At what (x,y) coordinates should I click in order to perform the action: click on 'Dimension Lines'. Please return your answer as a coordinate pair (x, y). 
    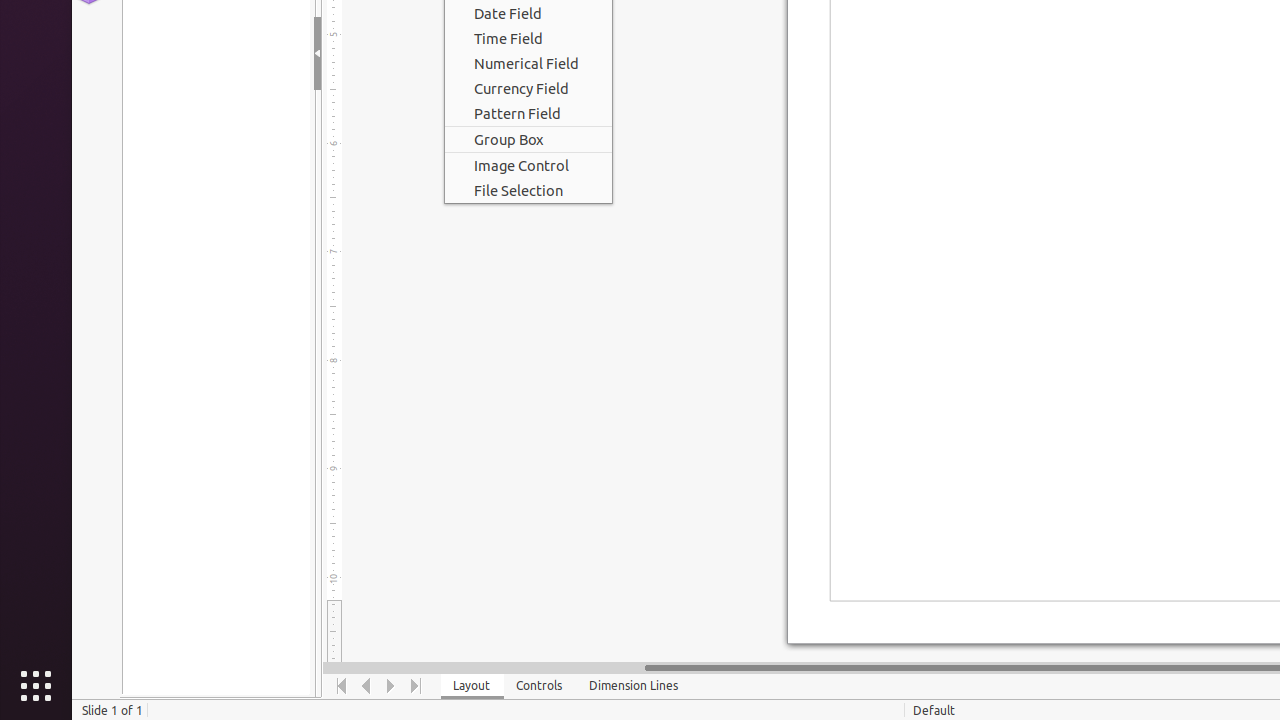
    Looking at the image, I should click on (633, 685).